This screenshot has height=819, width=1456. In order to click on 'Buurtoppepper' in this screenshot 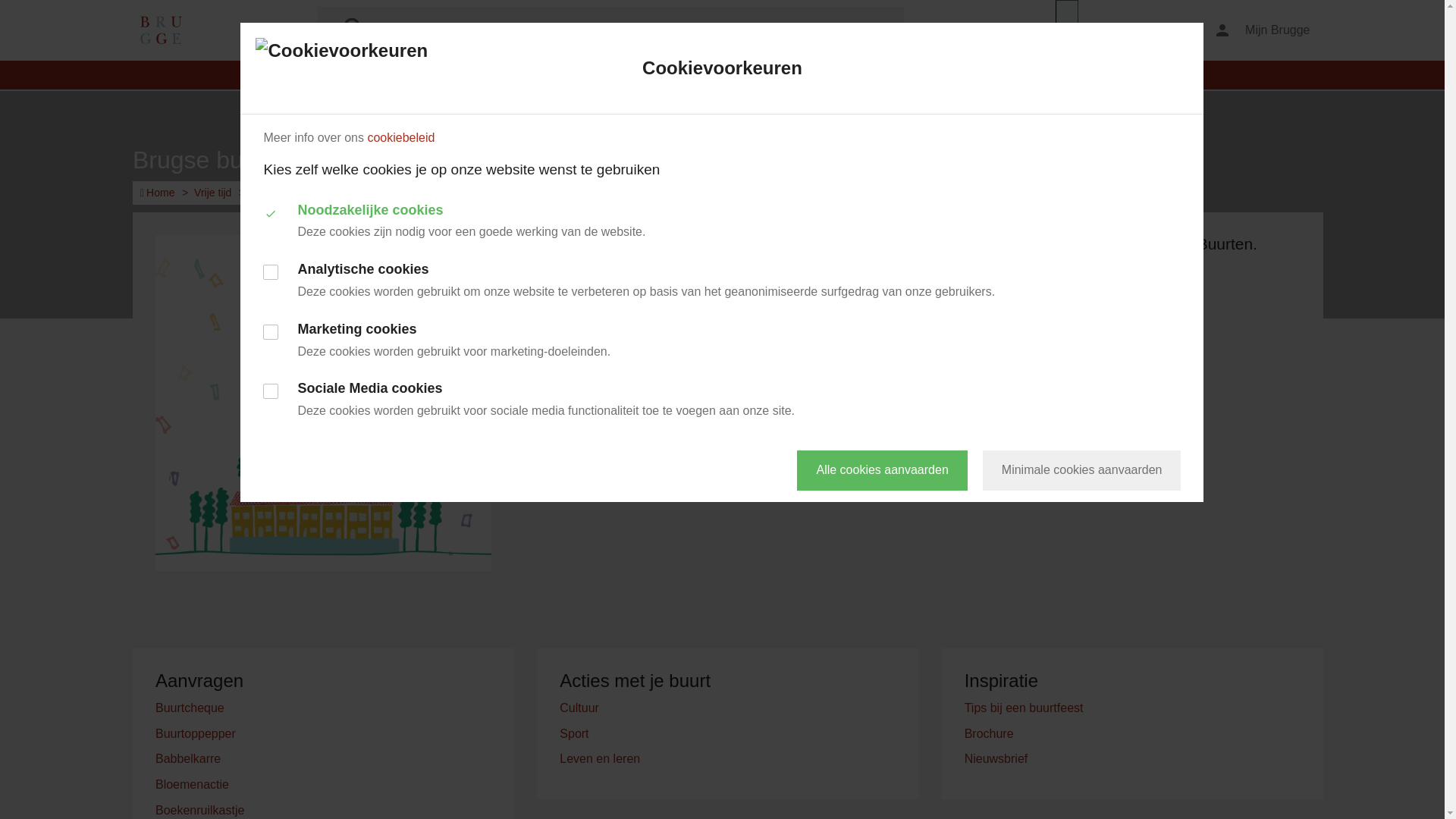, I will do `click(195, 733)`.